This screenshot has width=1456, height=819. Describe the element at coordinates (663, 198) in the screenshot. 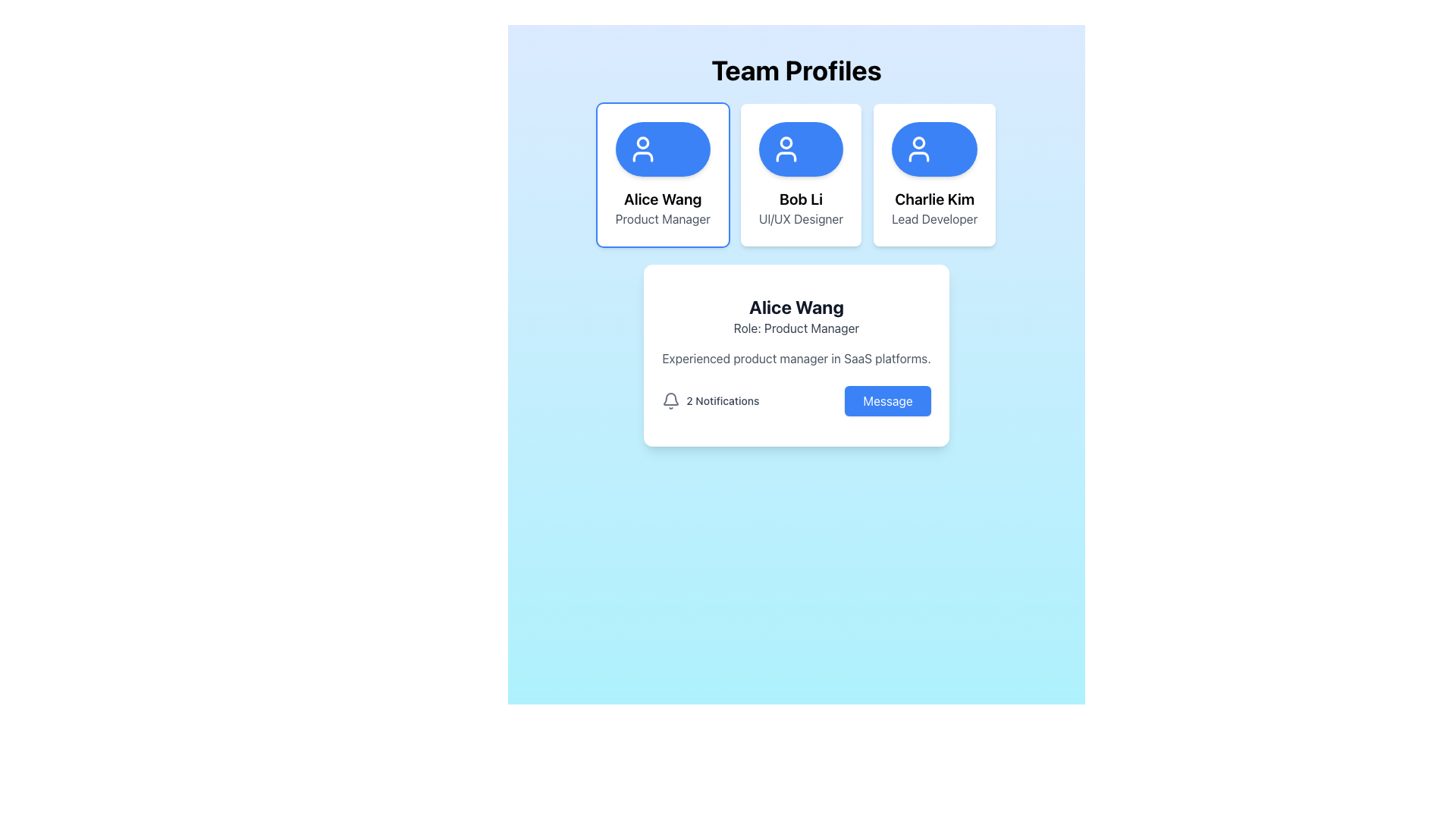

I see `the text label displaying the name 'Alice Wang', which is situated in Alice Wang's profile card directly above the 'Product Manager' label and below the circular profile icon` at that location.